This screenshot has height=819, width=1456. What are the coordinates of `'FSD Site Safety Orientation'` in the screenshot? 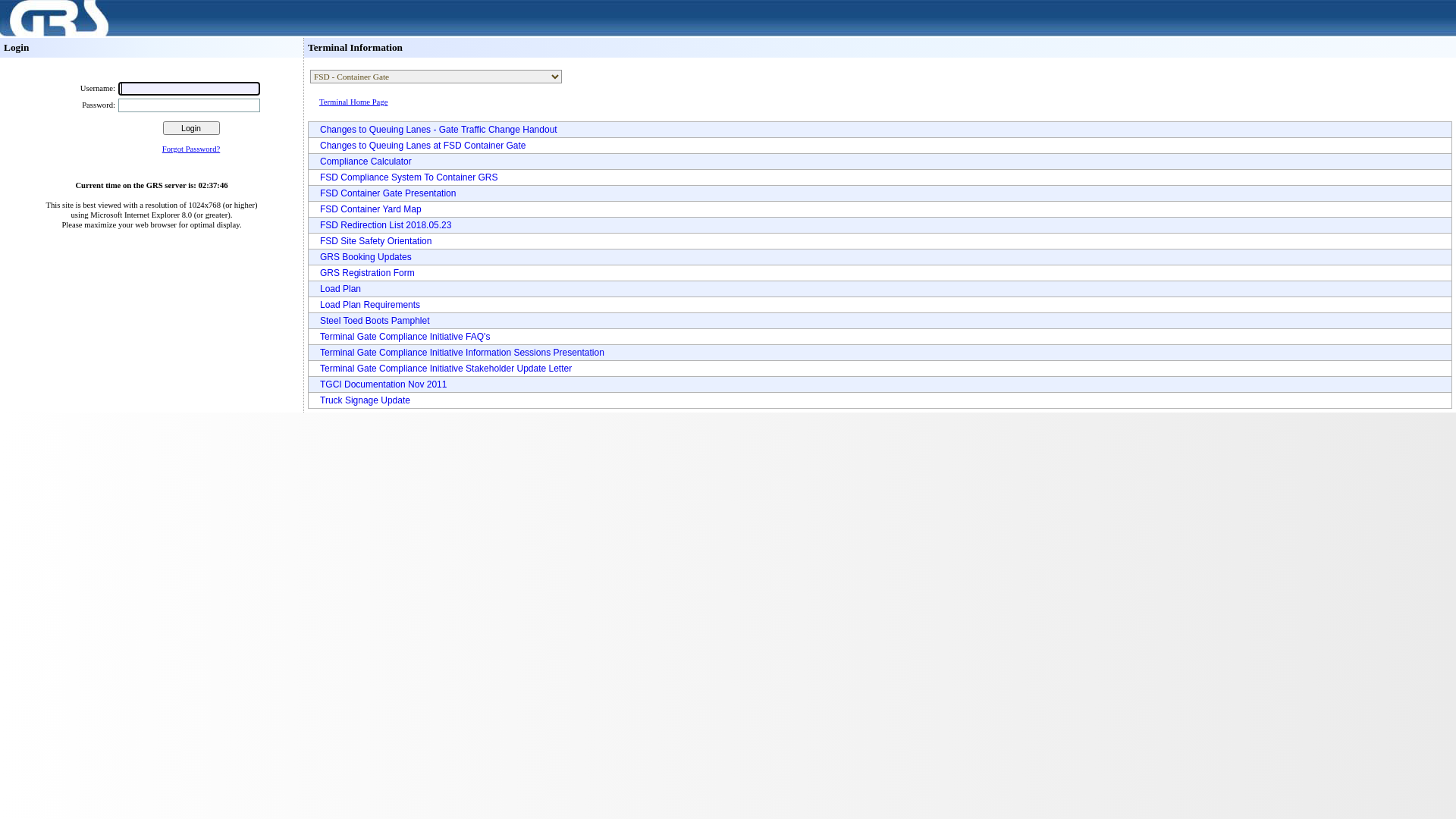 It's located at (312, 240).